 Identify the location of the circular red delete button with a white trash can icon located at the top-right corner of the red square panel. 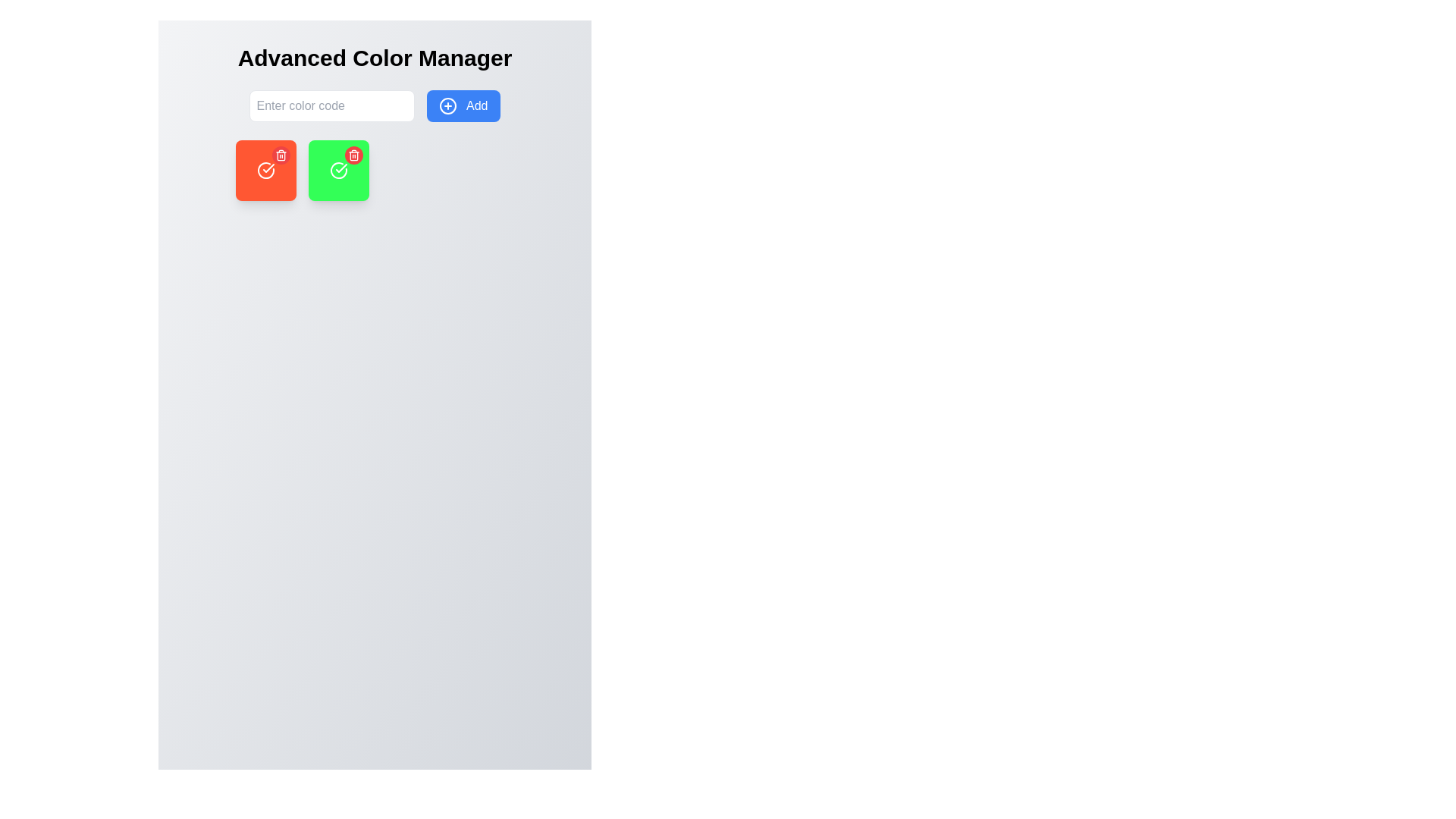
(281, 155).